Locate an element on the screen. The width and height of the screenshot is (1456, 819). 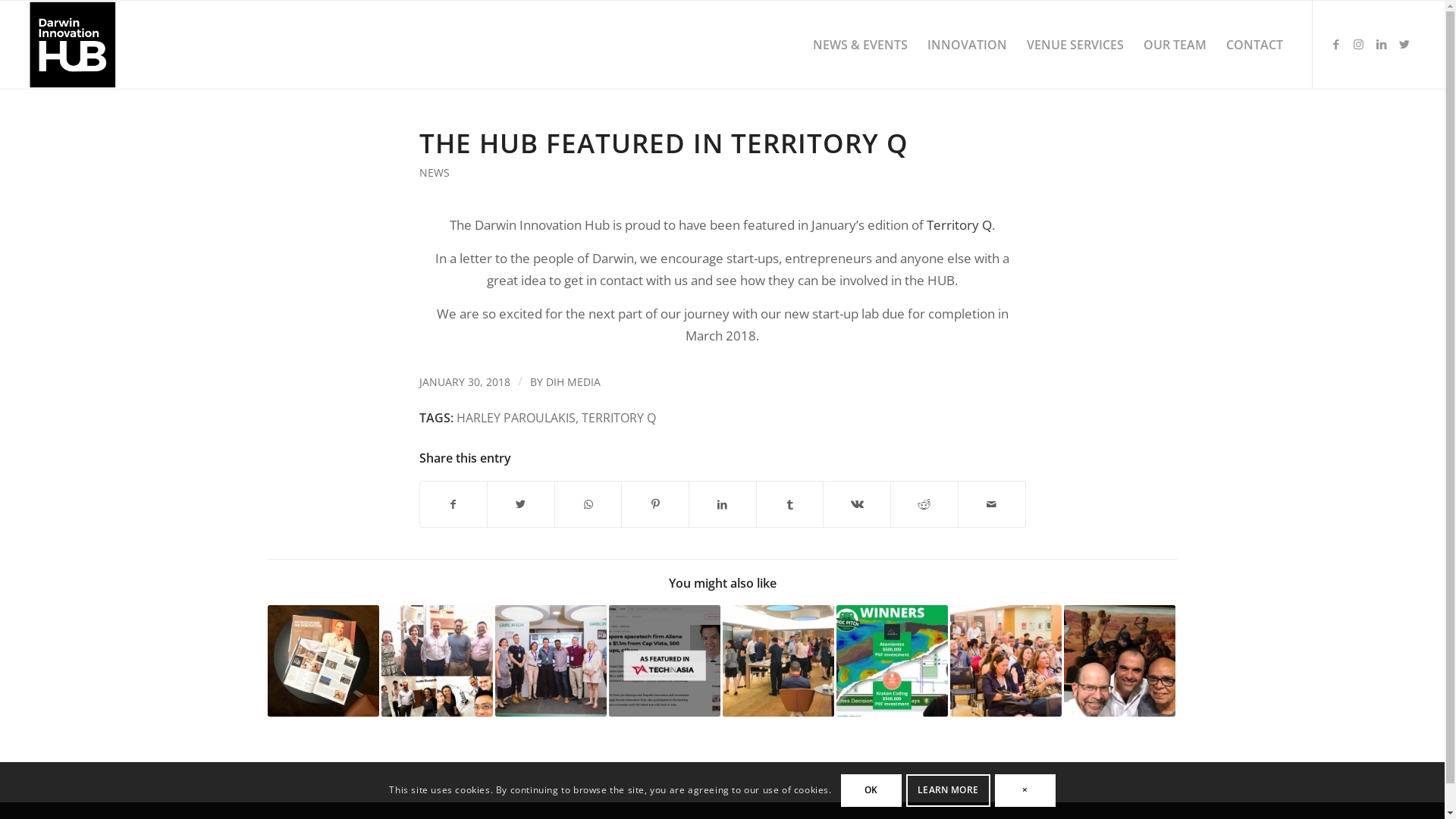
'OK' is located at coordinates (871, 789).